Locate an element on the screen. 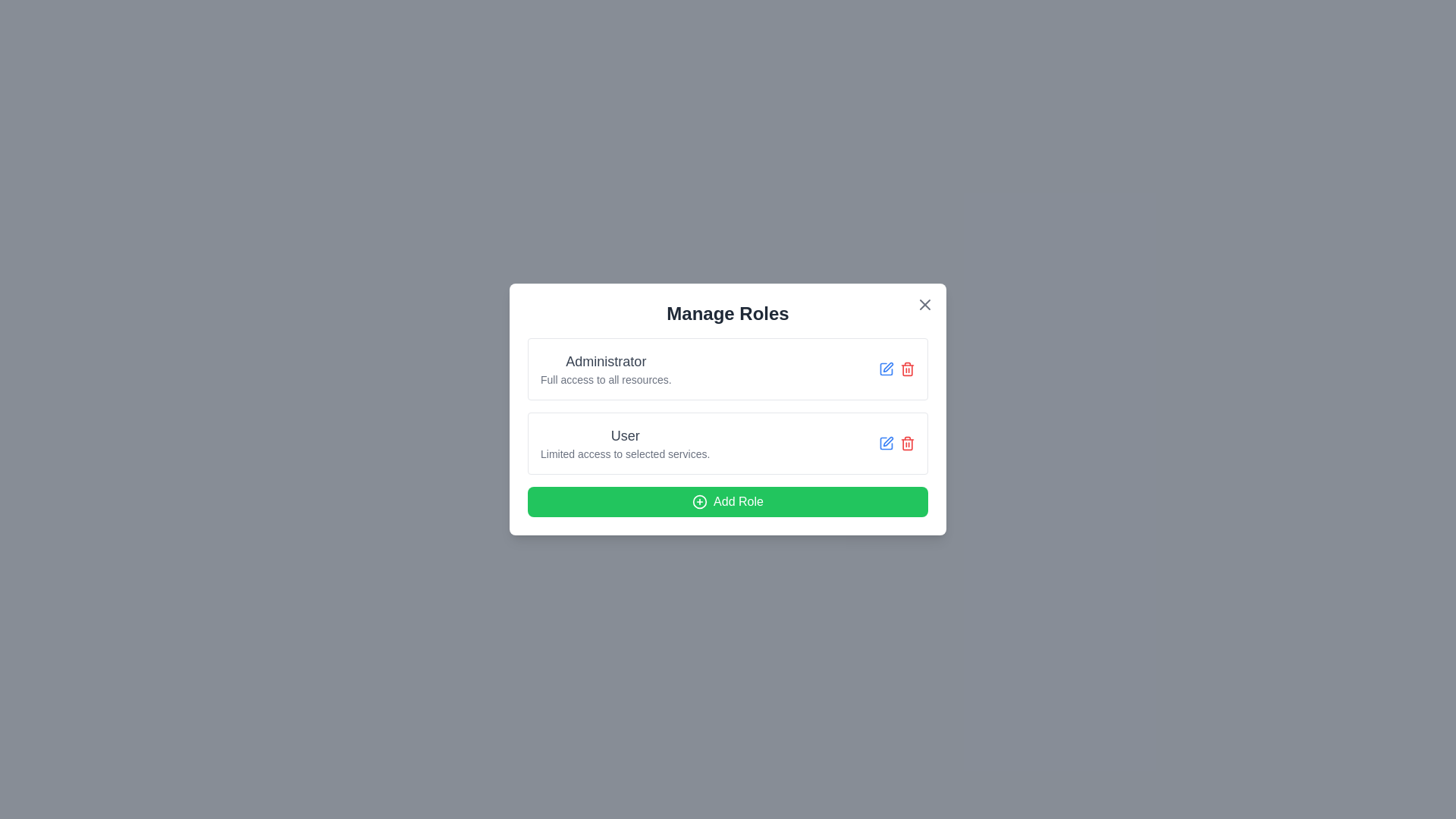  the square-like SVG icon located to the right of the 'User' role in the Manage Roles modal is located at coordinates (886, 444).